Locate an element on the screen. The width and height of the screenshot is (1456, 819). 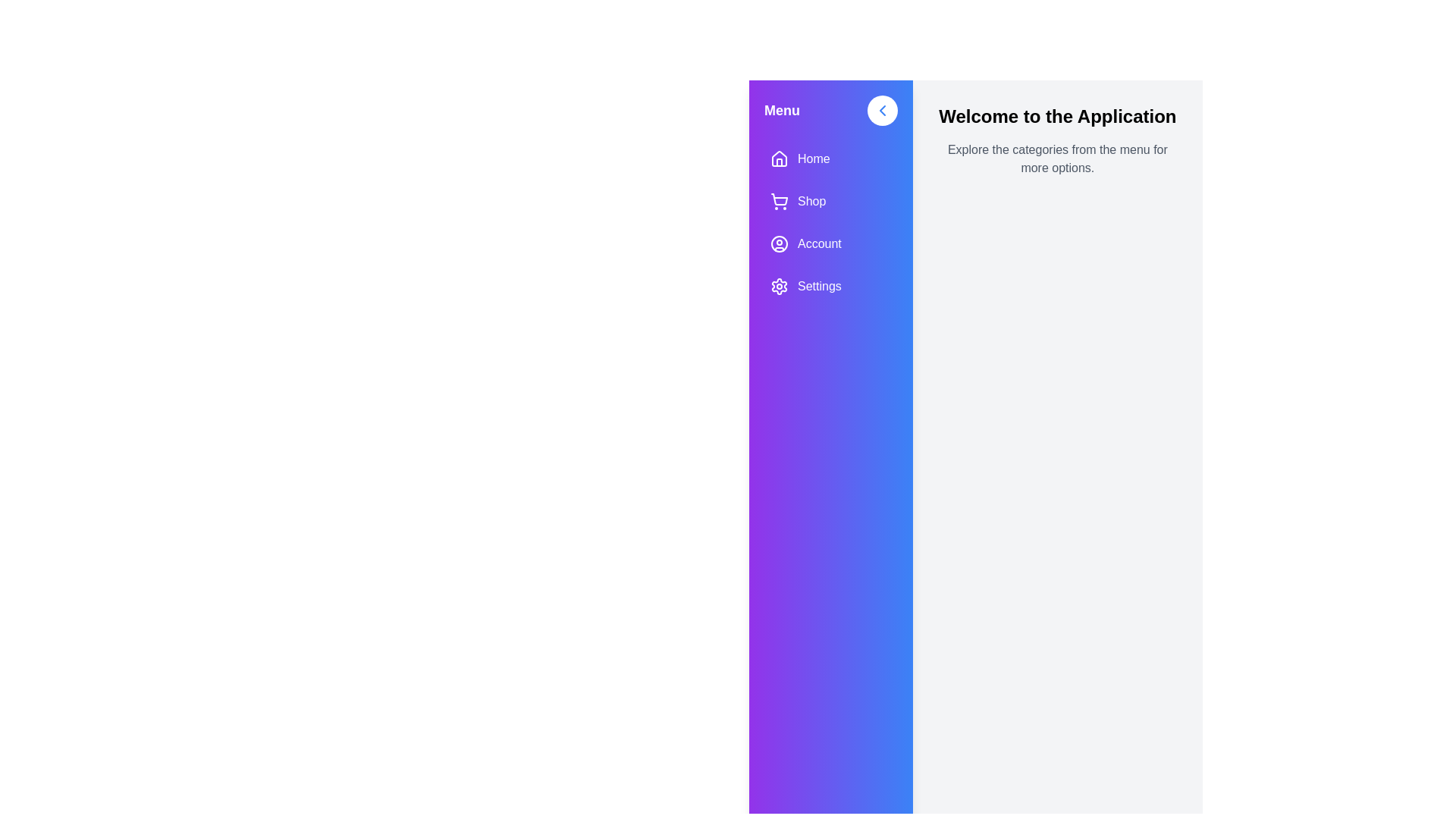
the gear-shaped icon in the left navigation menu is located at coordinates (779, 287).